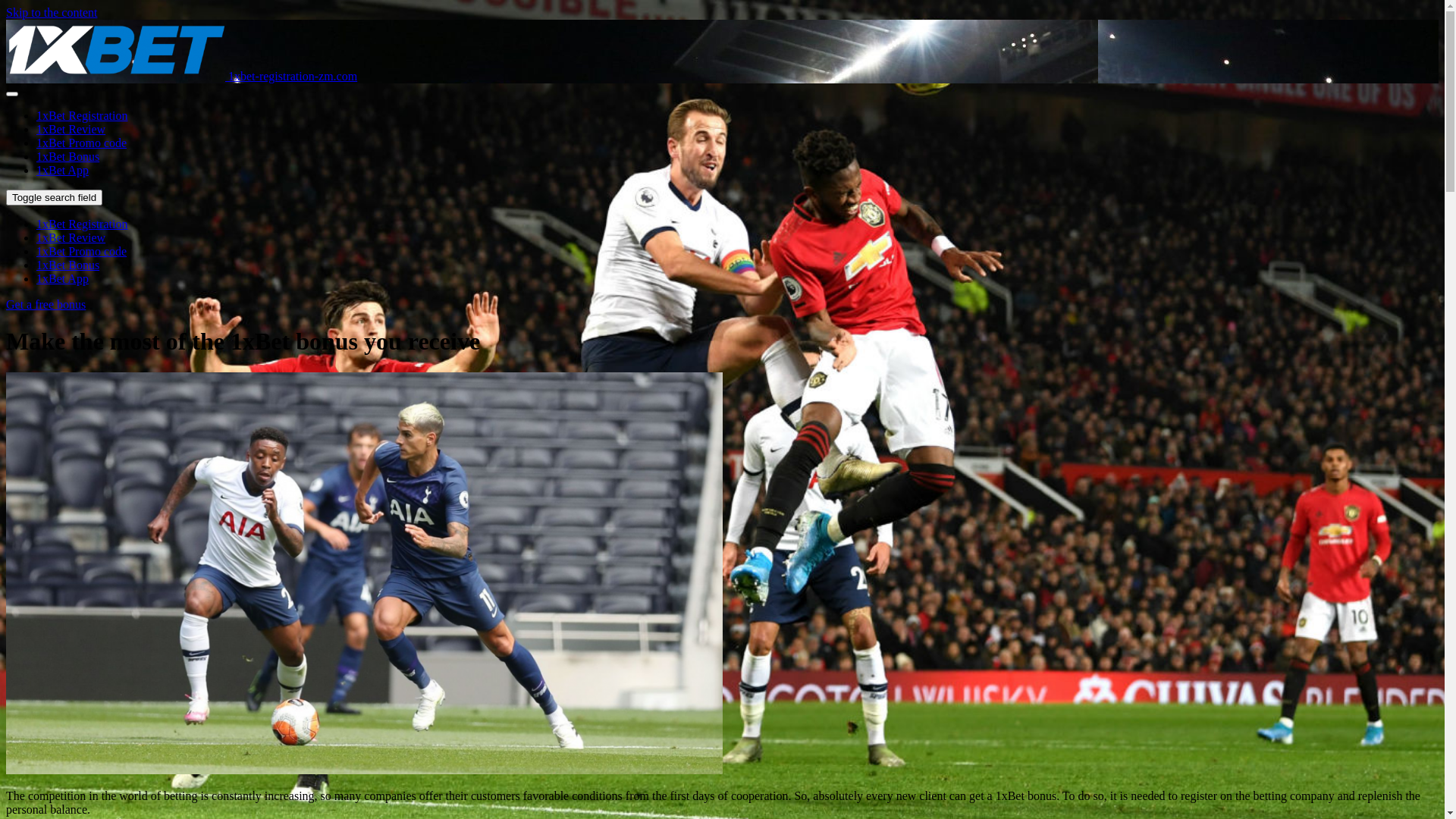 The width and height of the screenshot is (1456, 819). I want to click on 'Skip to the content', so click(51, 12).